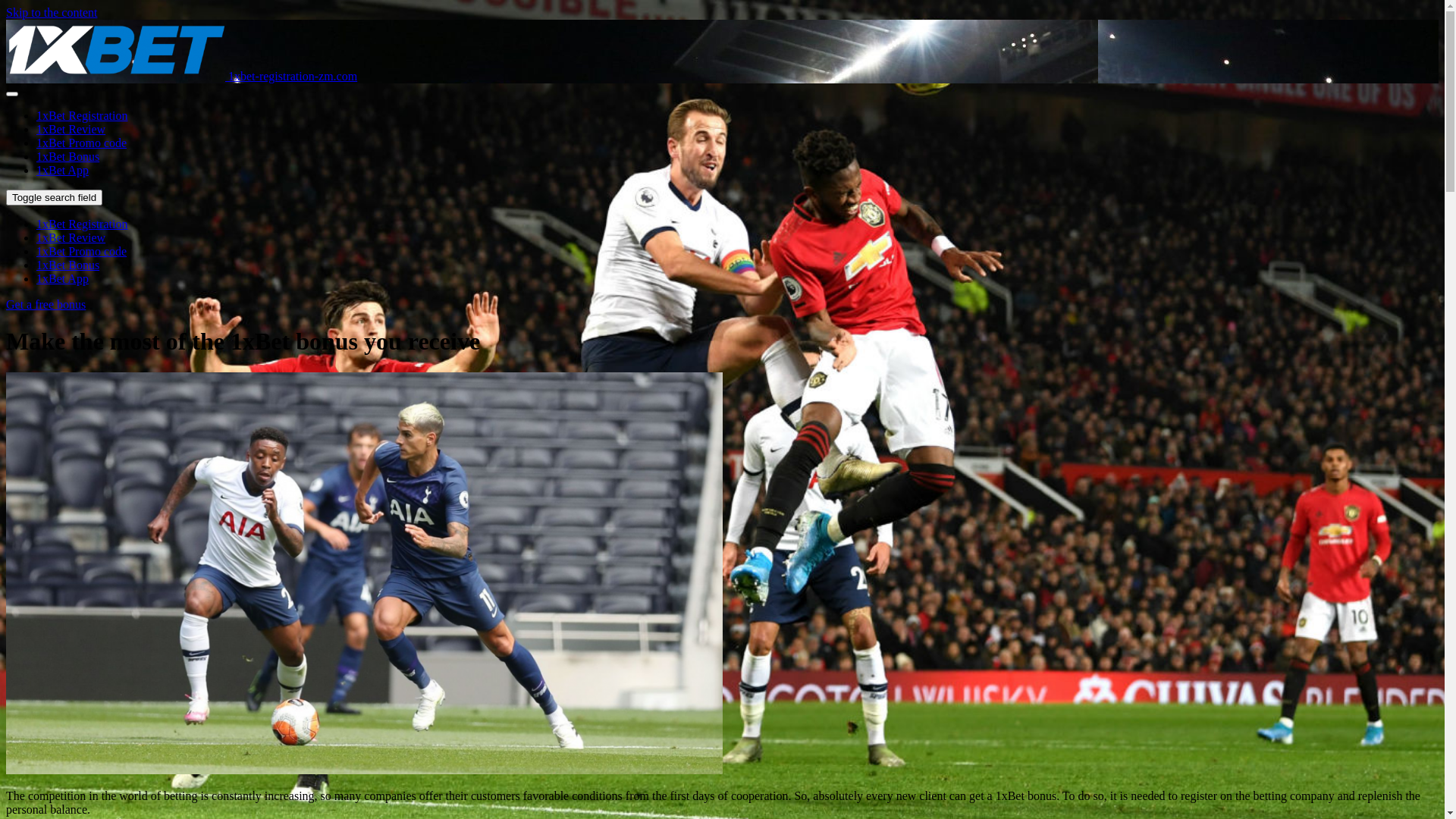 The width and height of the screenshot is (1456, 819). I want to click on 'Skip to the content', so click(51, 12).